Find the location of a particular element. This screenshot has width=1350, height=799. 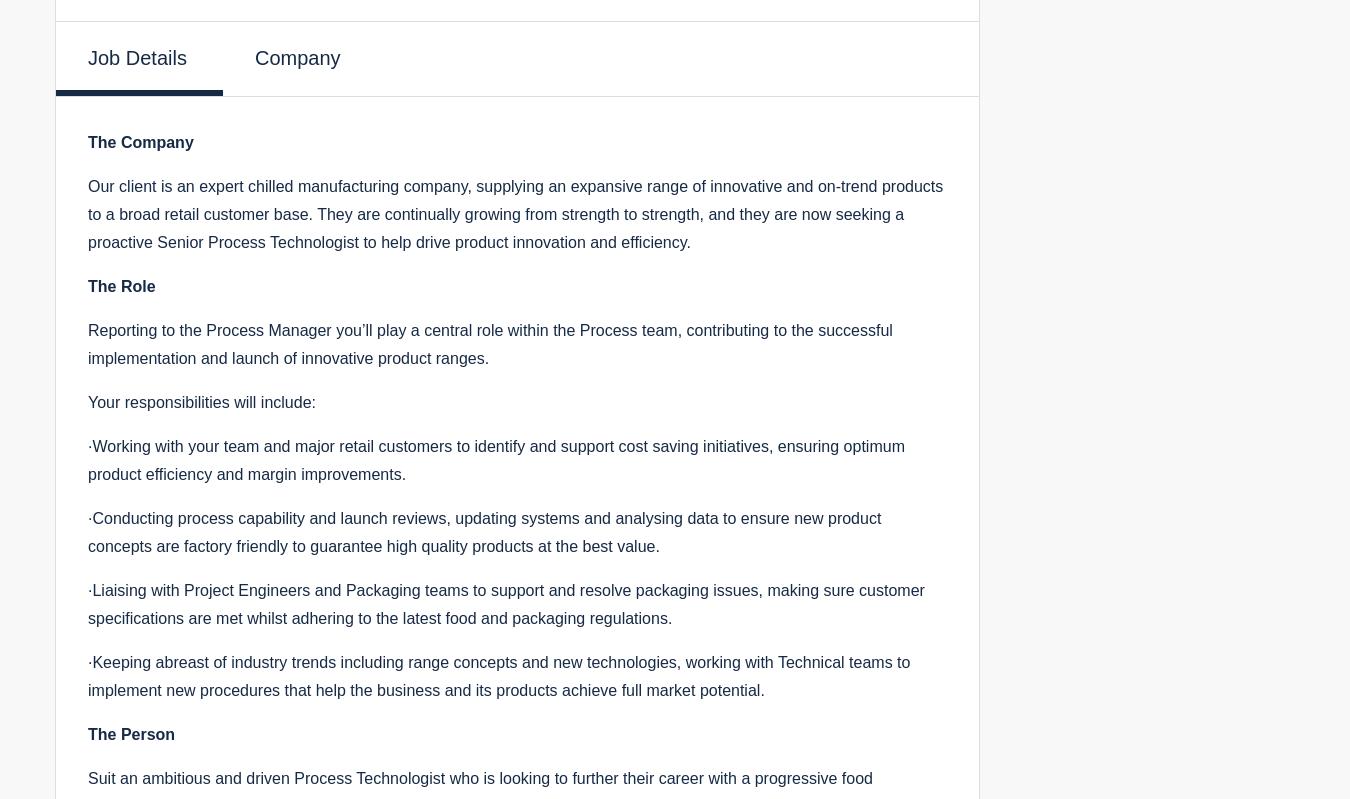

'Job Details' is located at coordinates (137, 55).